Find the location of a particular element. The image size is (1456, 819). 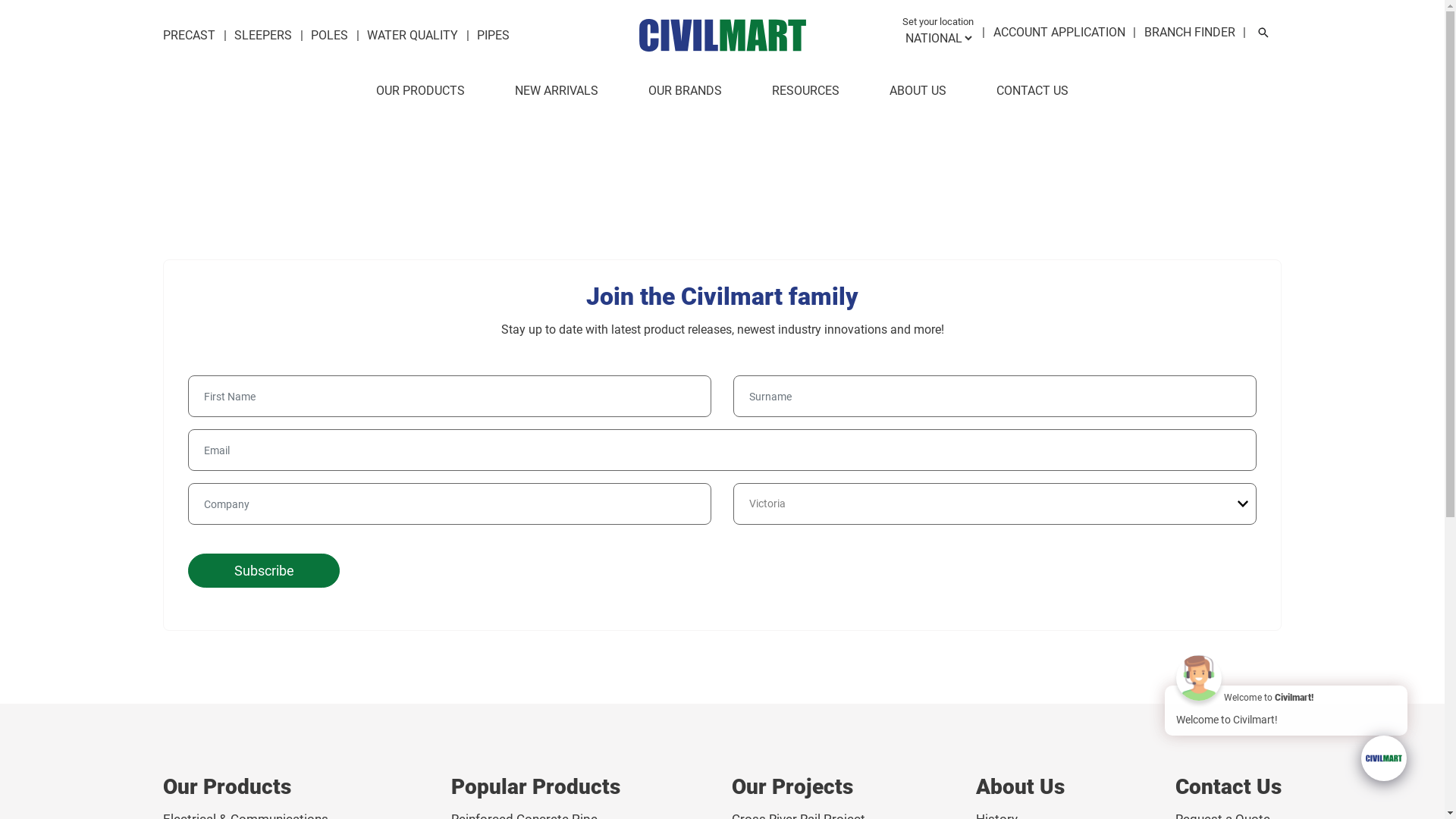

'OUR BRANDS' is located at coordinates (684, 92).